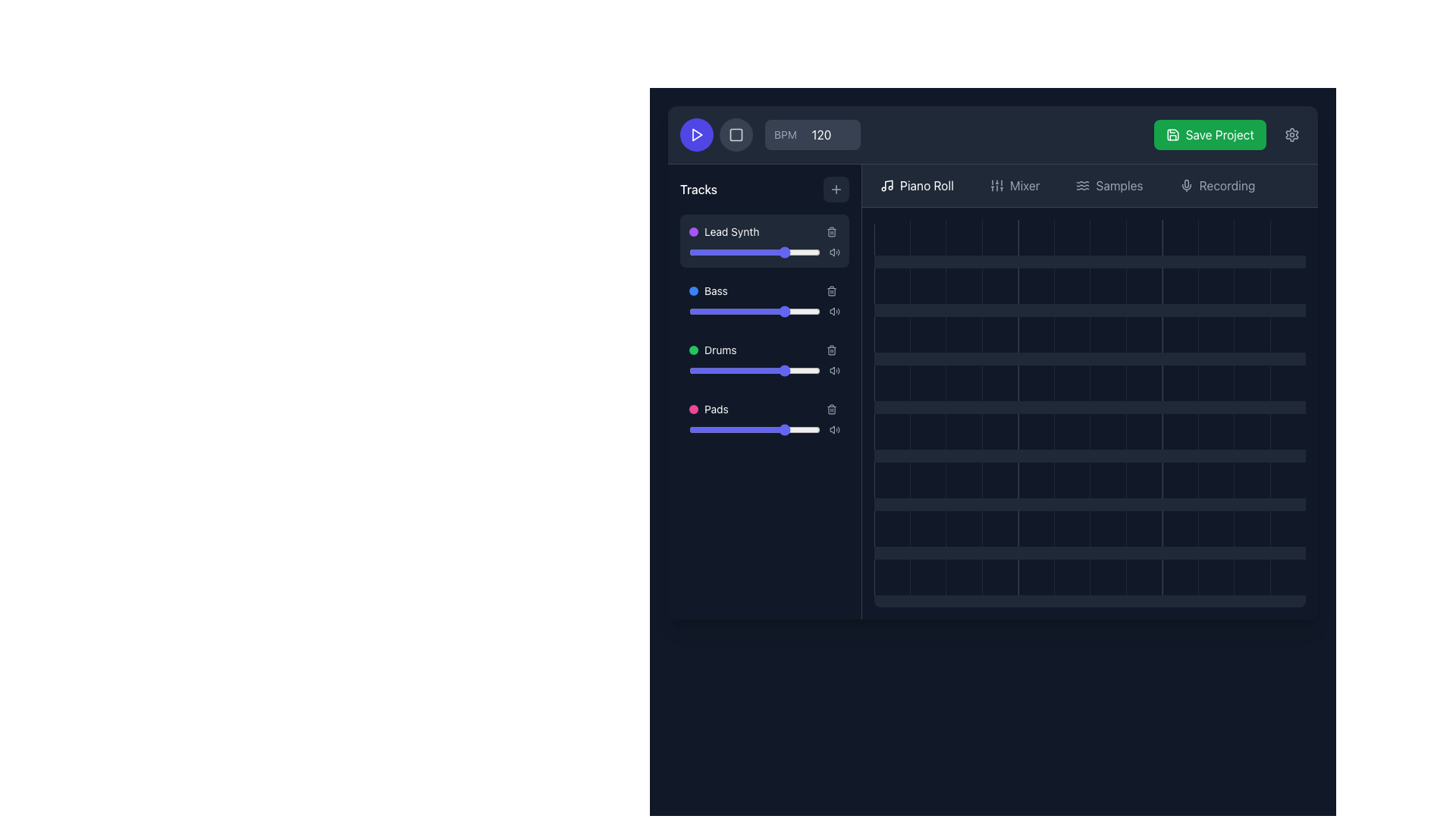 This screenshot has width=1456, height=819. Describe the element at coordinates (963, 577) in the screenshot. I see `the square grid cell located in the last row and third column from the left in the grid system, which is part of a music composition tool interface` at that location.